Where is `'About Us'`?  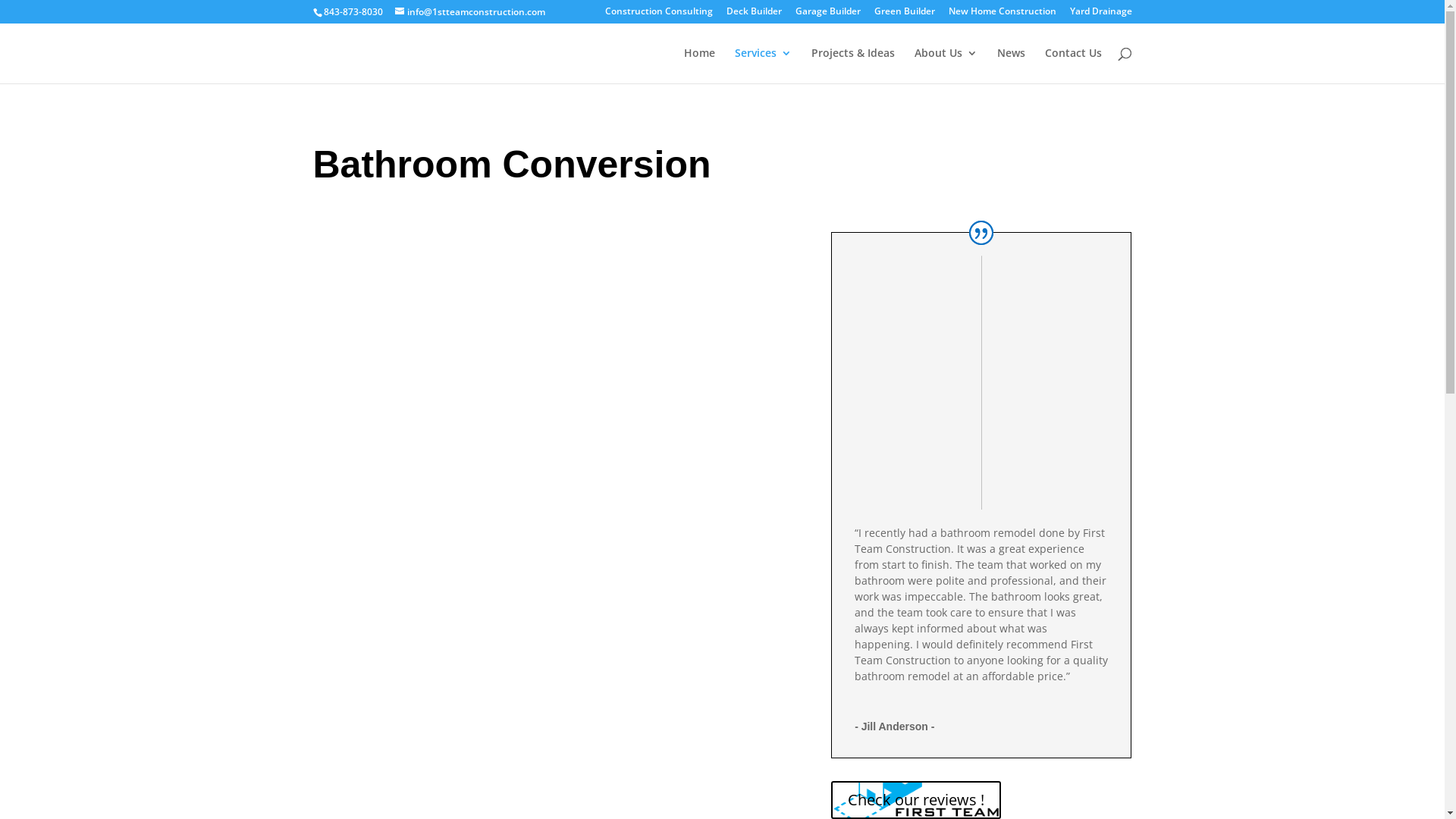
'About Us' is located at coordinates (945, 64).